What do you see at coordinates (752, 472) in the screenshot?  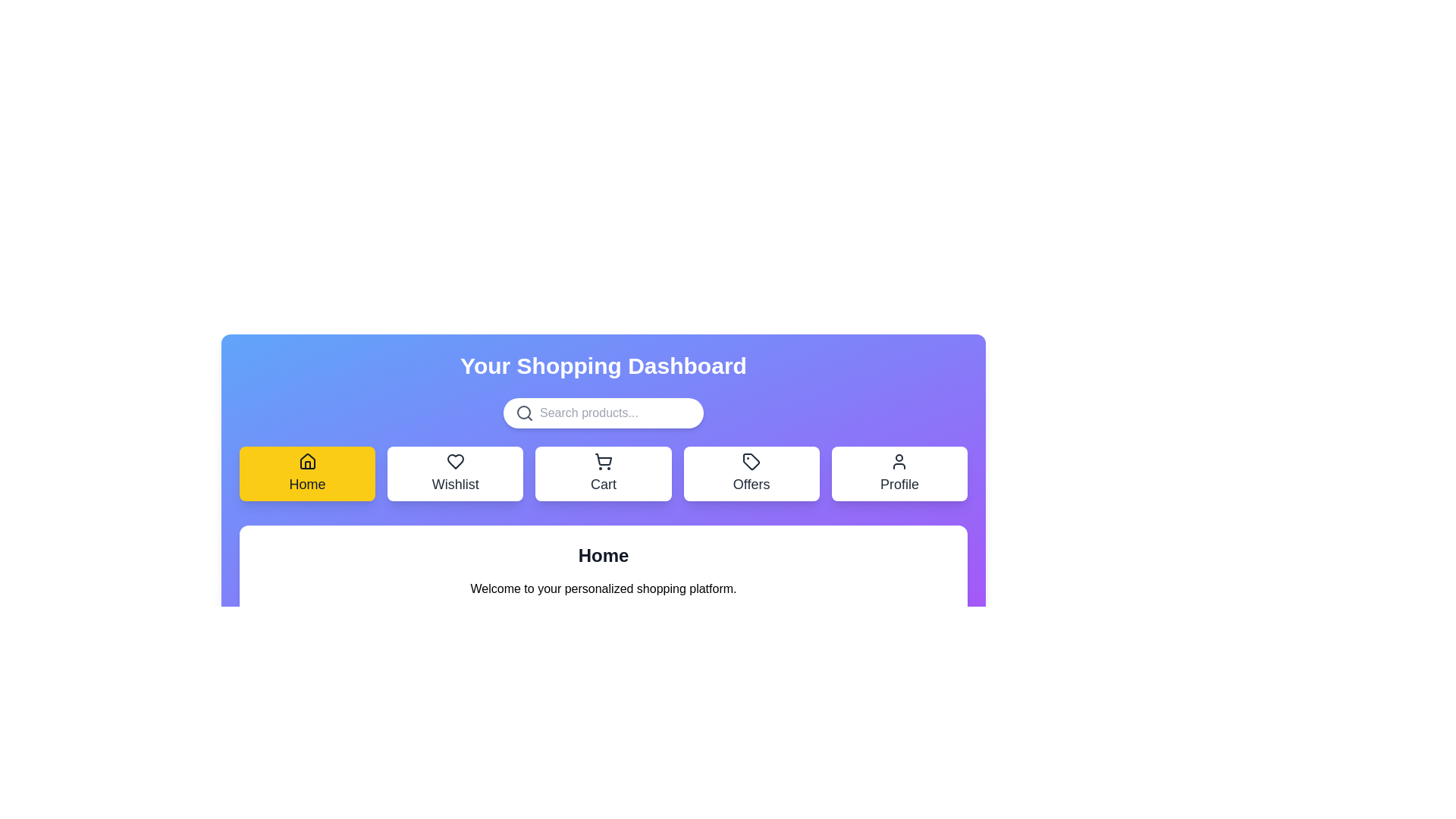 I see `the 'Offers' button, which is a rectangular button with rounded corners, white background, and gray text, located in the middle section of the navigation panel, fourth item from the left` at bounding box center [752, 472].